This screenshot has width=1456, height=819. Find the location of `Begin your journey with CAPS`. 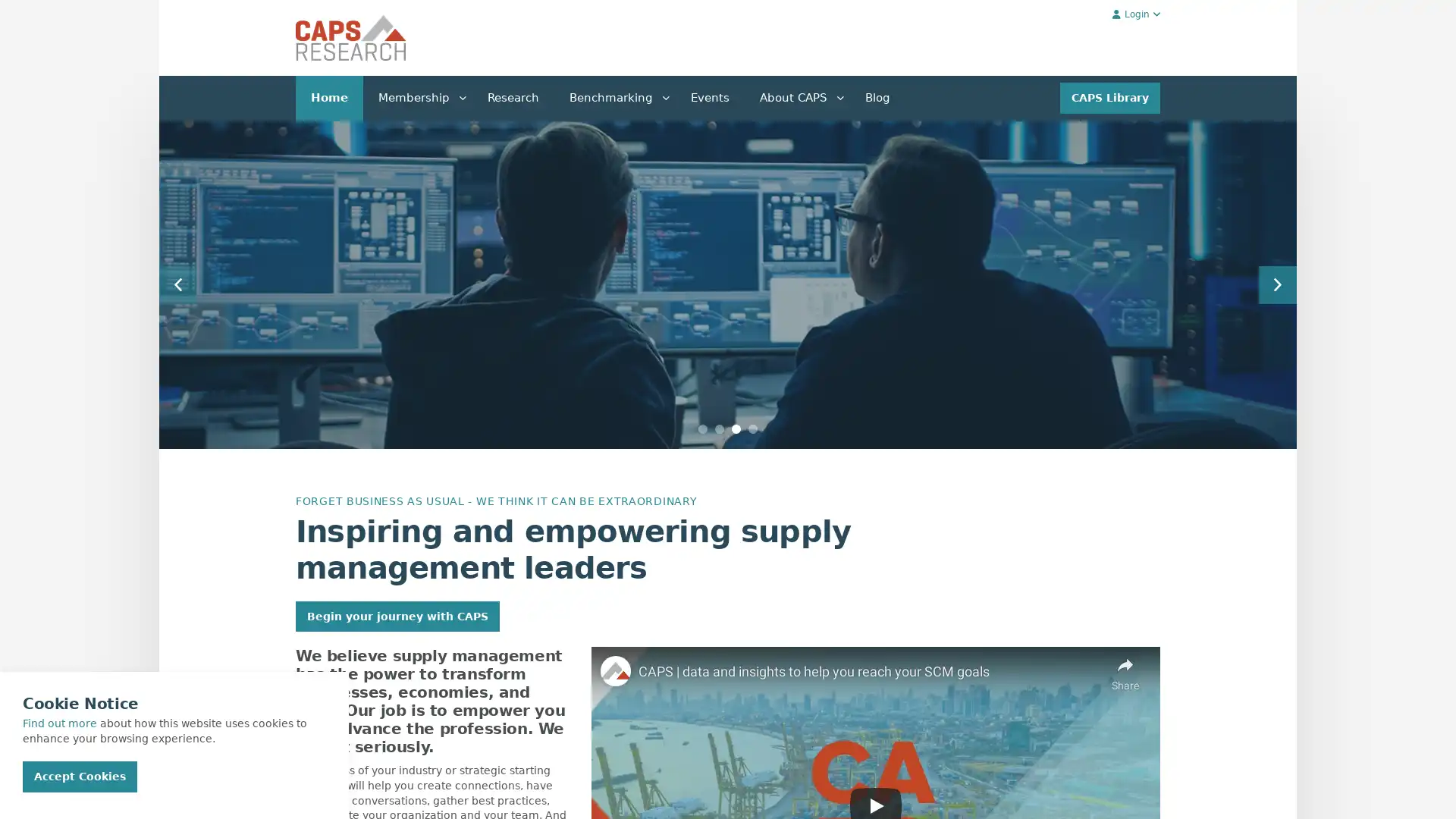

Begin your journey with CAPS is located at coordinates (397, 616).